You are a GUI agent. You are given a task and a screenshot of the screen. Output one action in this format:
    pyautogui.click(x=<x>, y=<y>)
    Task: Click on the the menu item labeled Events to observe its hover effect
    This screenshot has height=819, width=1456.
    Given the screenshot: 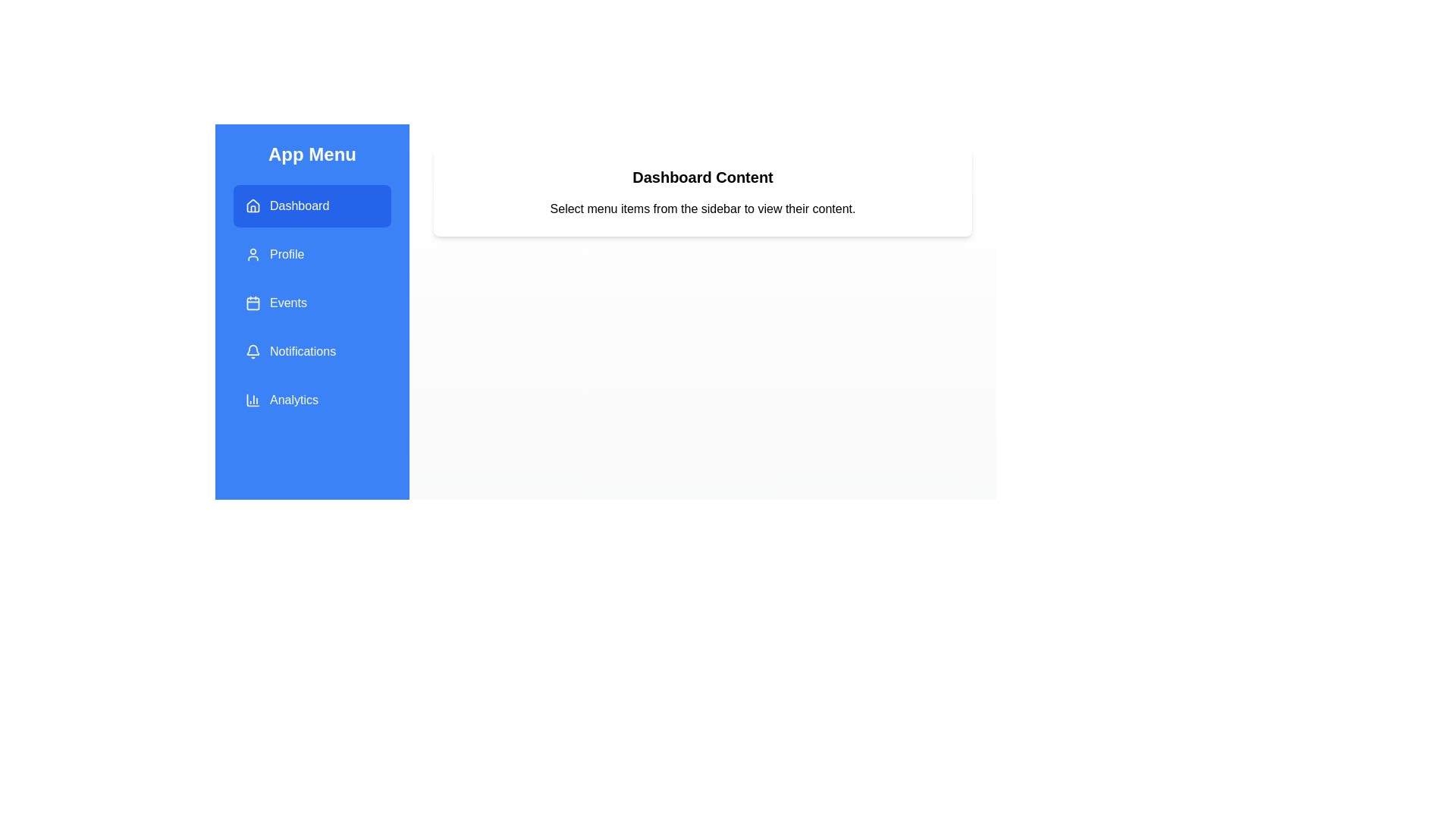 What is the action you would take?
    pyautogui.click(x=312, y=303)
    